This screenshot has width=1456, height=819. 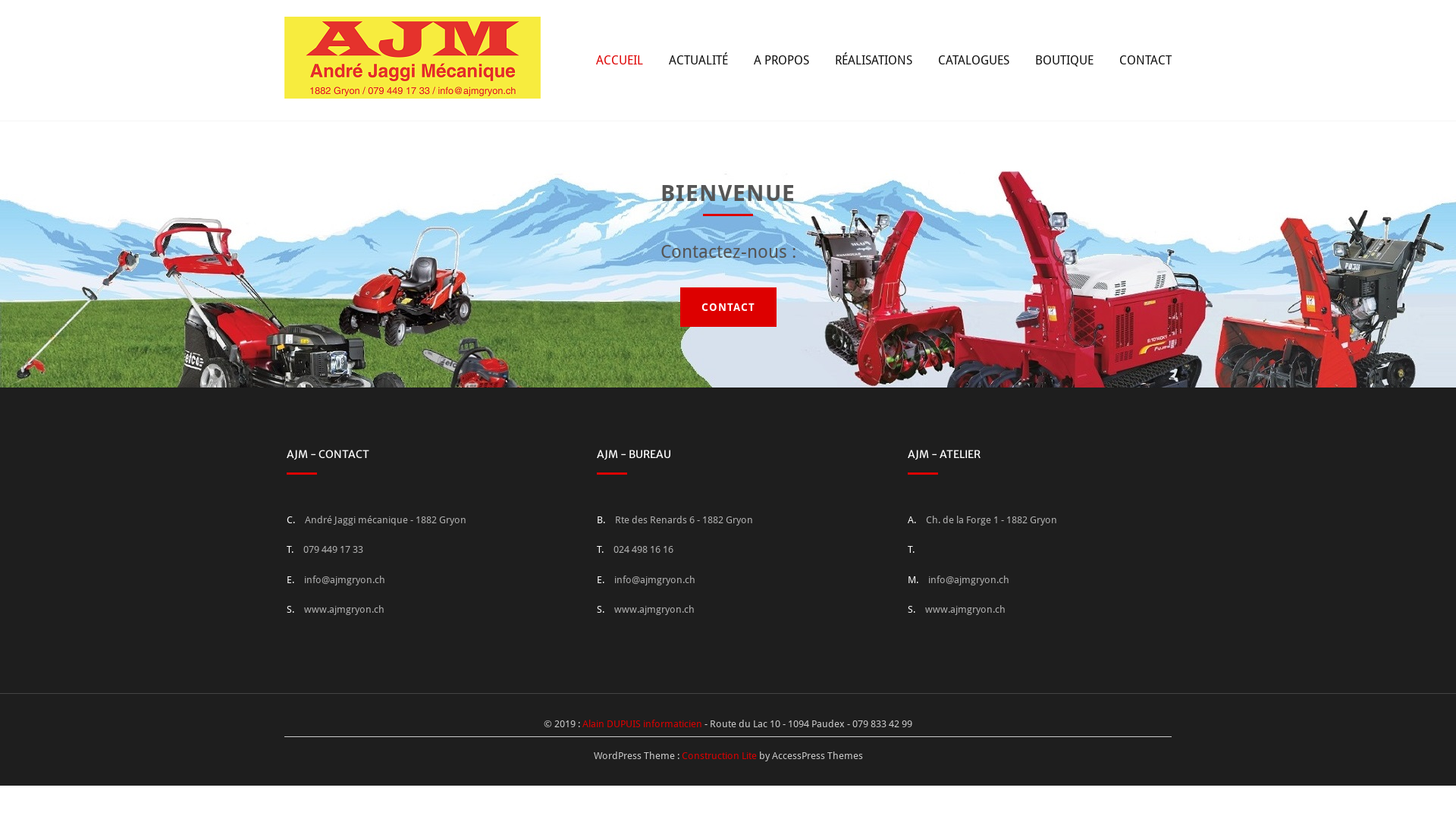 I want to click on 'ACCUEIL', so click(x=619, y=58).